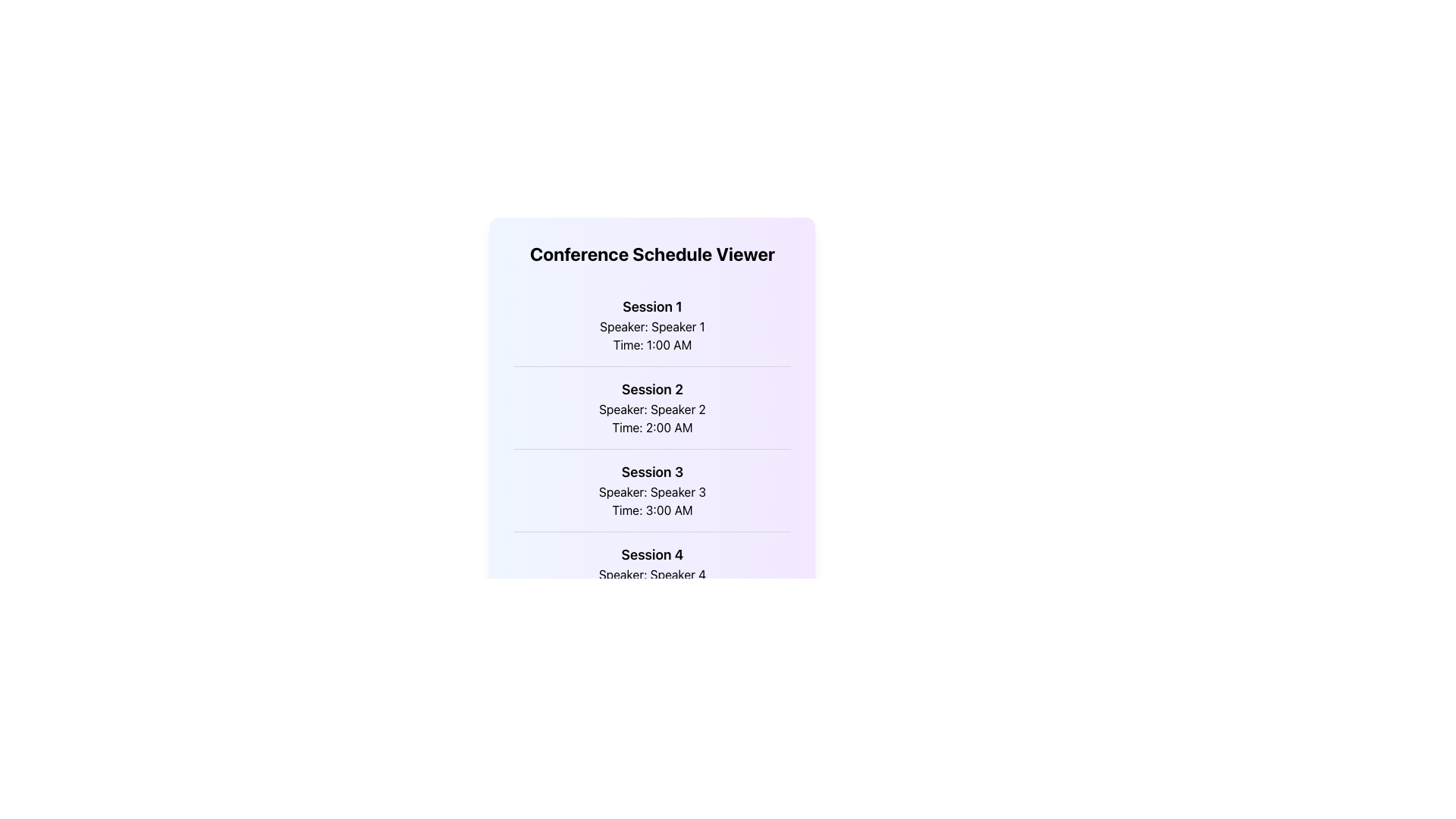 Image resolution: width=1456 pixels, height=819 pixels. Describe the element at coordinates (652, 510) in the screenshot. I see `the static text label displaying 'Time: 3:00 AM' located within the 'Session 3' entry of the schedule viewer` at that location.